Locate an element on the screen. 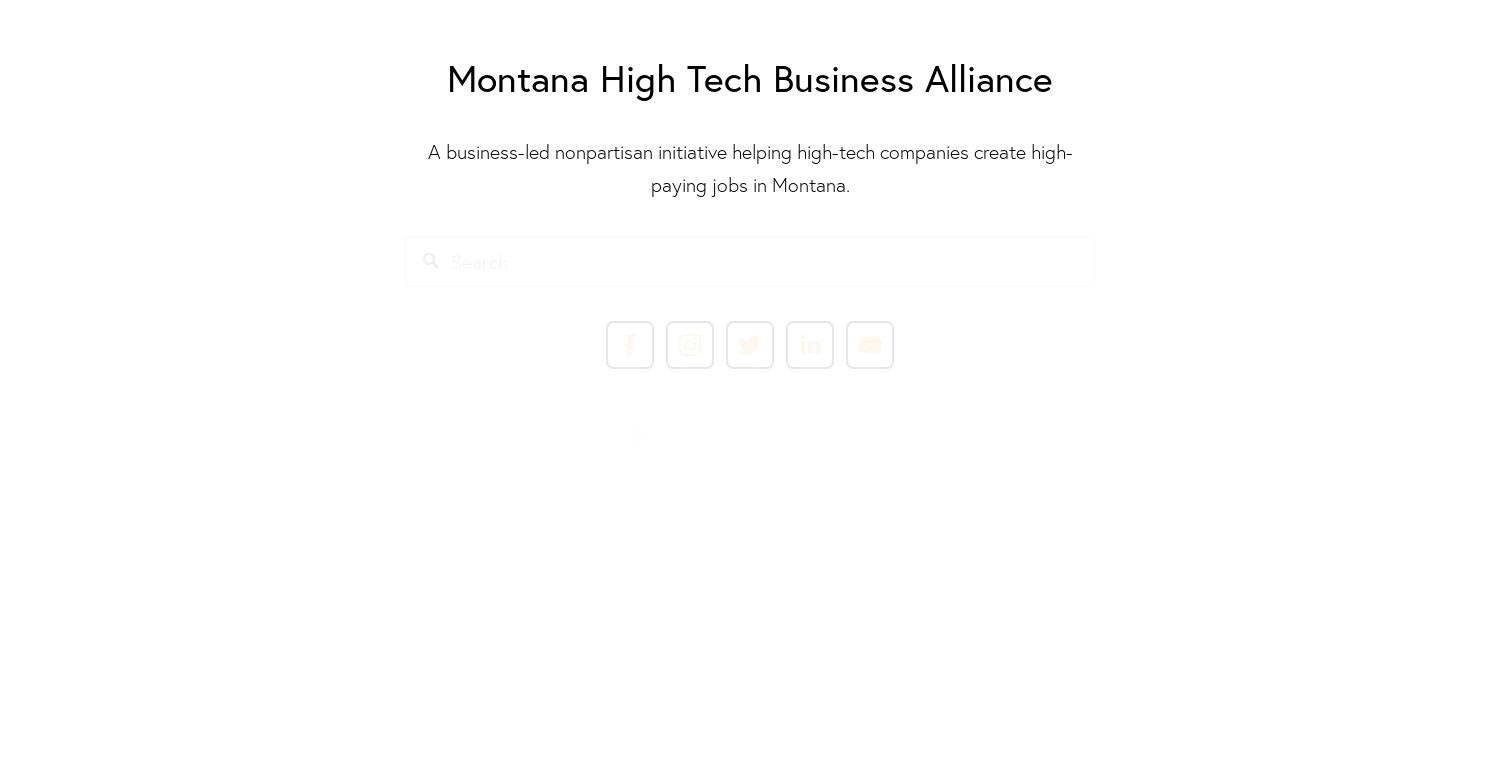 This screenshot has height=775, width=1500. 'A business-led nonpartisan initiative helping high-tech companies create high-paying jobs in Montana.' is located at coordinates (748, 167).